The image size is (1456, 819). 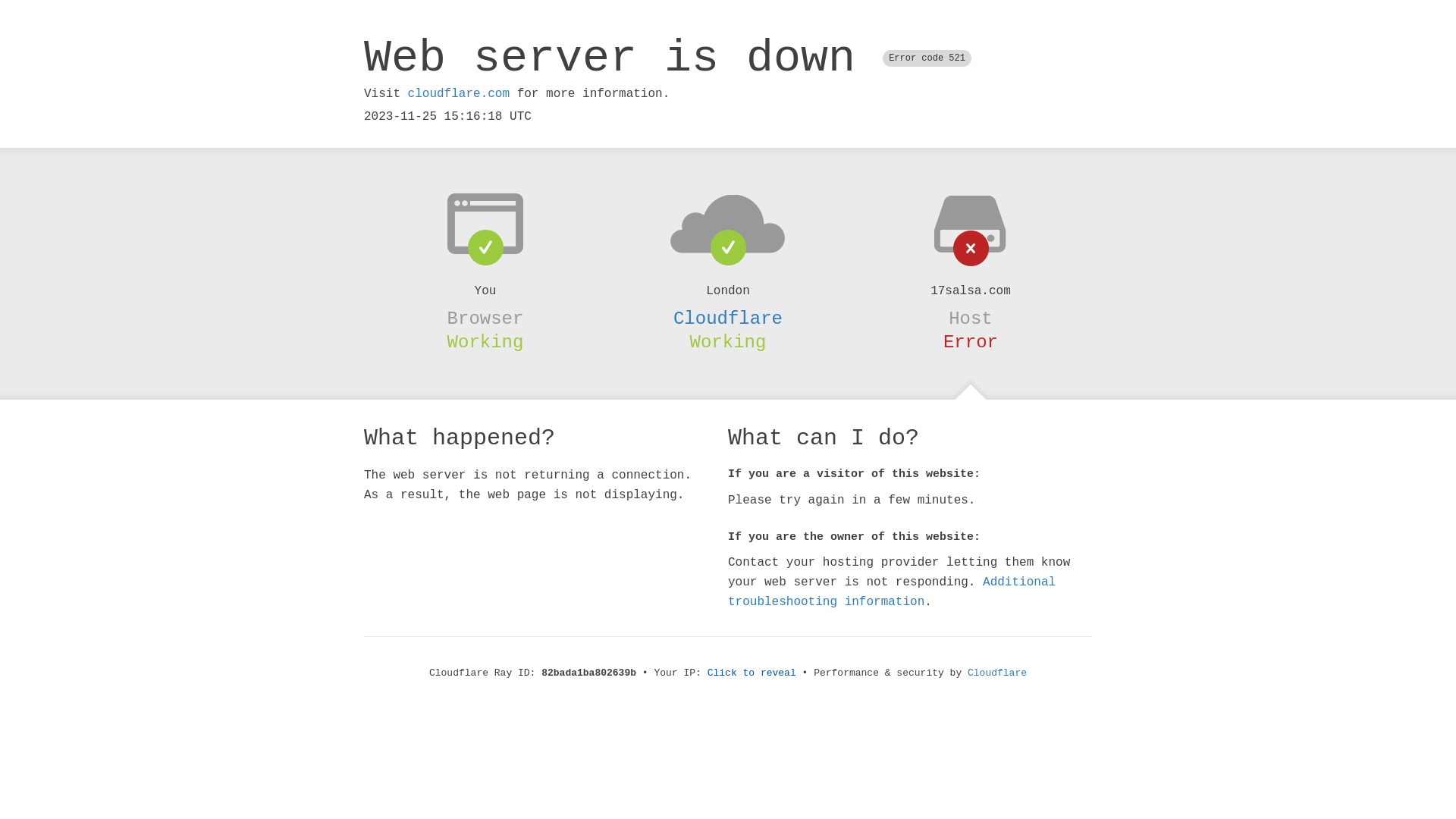 What do you see at coordinates (728, 318) in the screenshot?
I see `'Cloudflare'` at bounding box center [728, 318].